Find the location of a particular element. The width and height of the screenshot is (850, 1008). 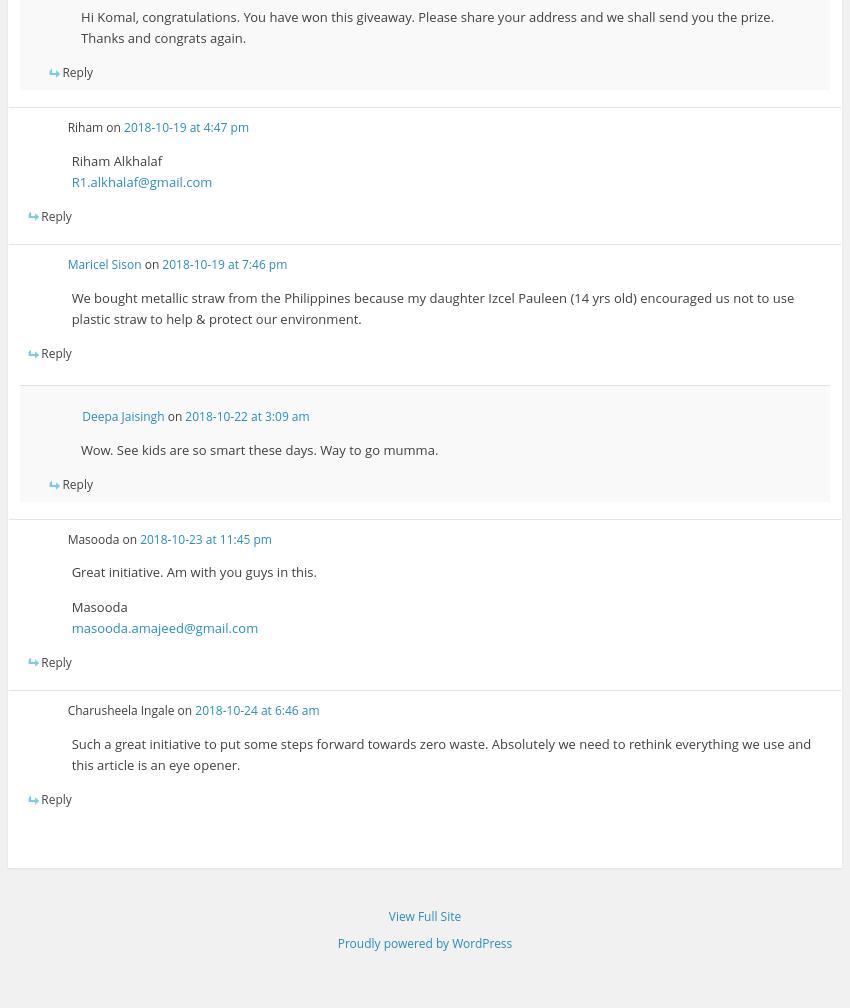

'Charusheela Ingale' is located at coordinates (119, 710).